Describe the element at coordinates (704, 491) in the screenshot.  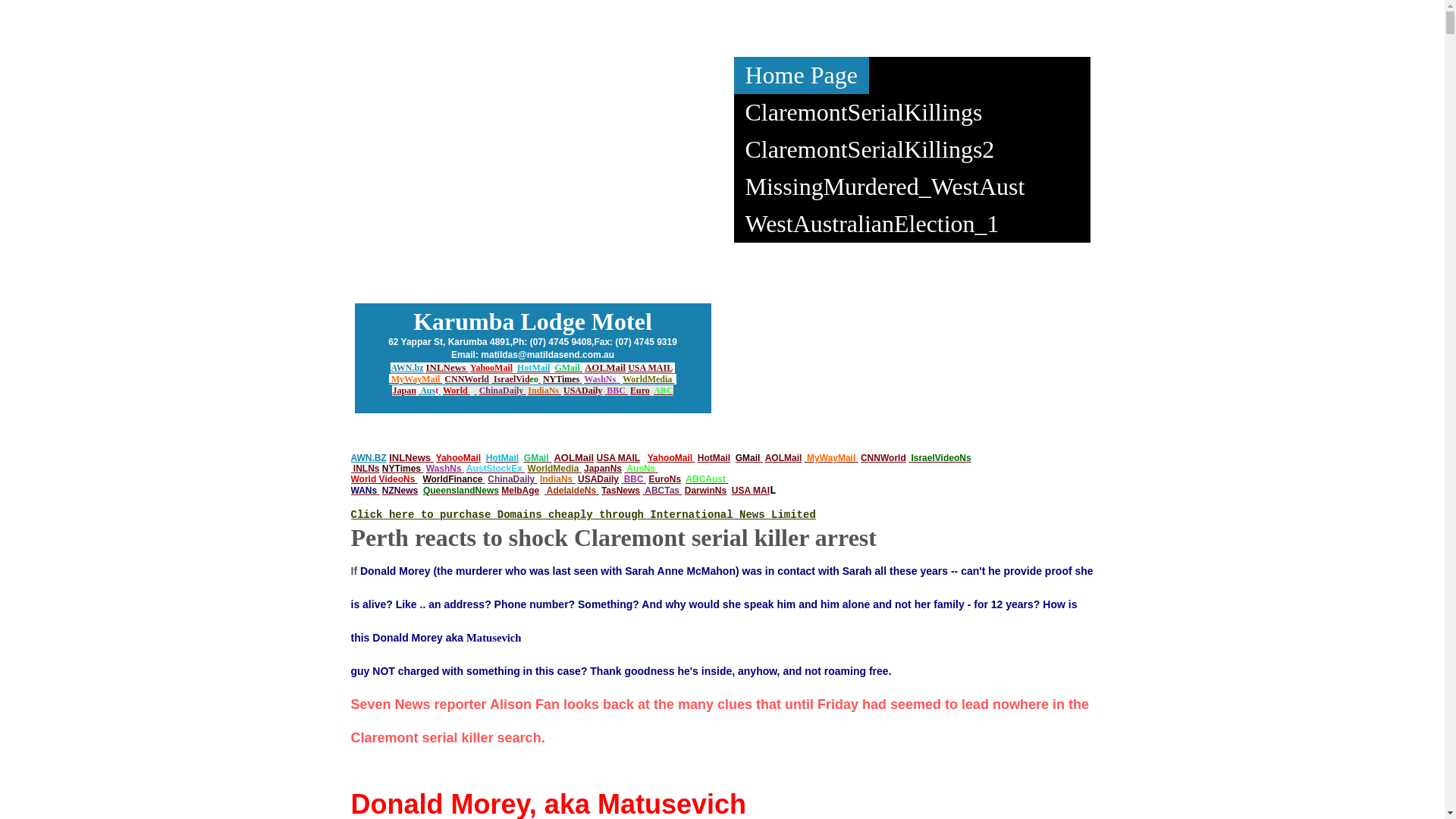
I see `'DarwinNs'` at that location.